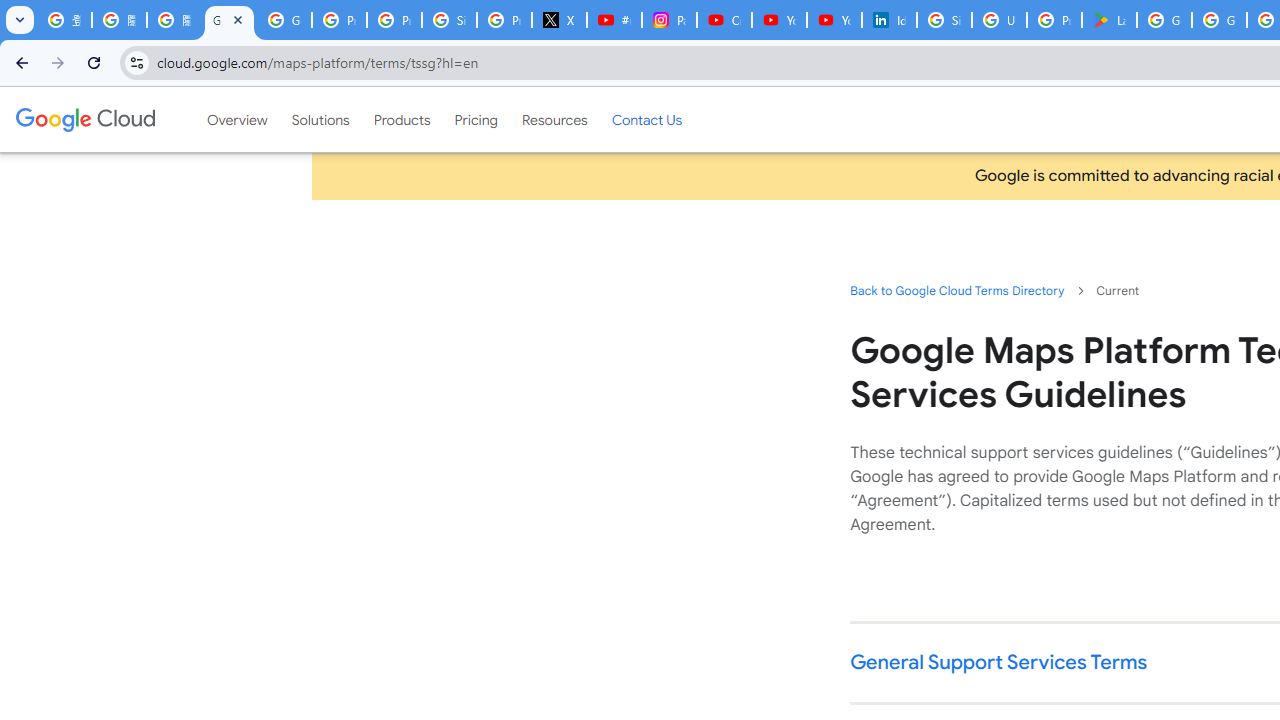  Describe the element at coordinates (614, 20) in the screenshot. I see `'#nbabasketballhighlights - YouTube'` at that location.